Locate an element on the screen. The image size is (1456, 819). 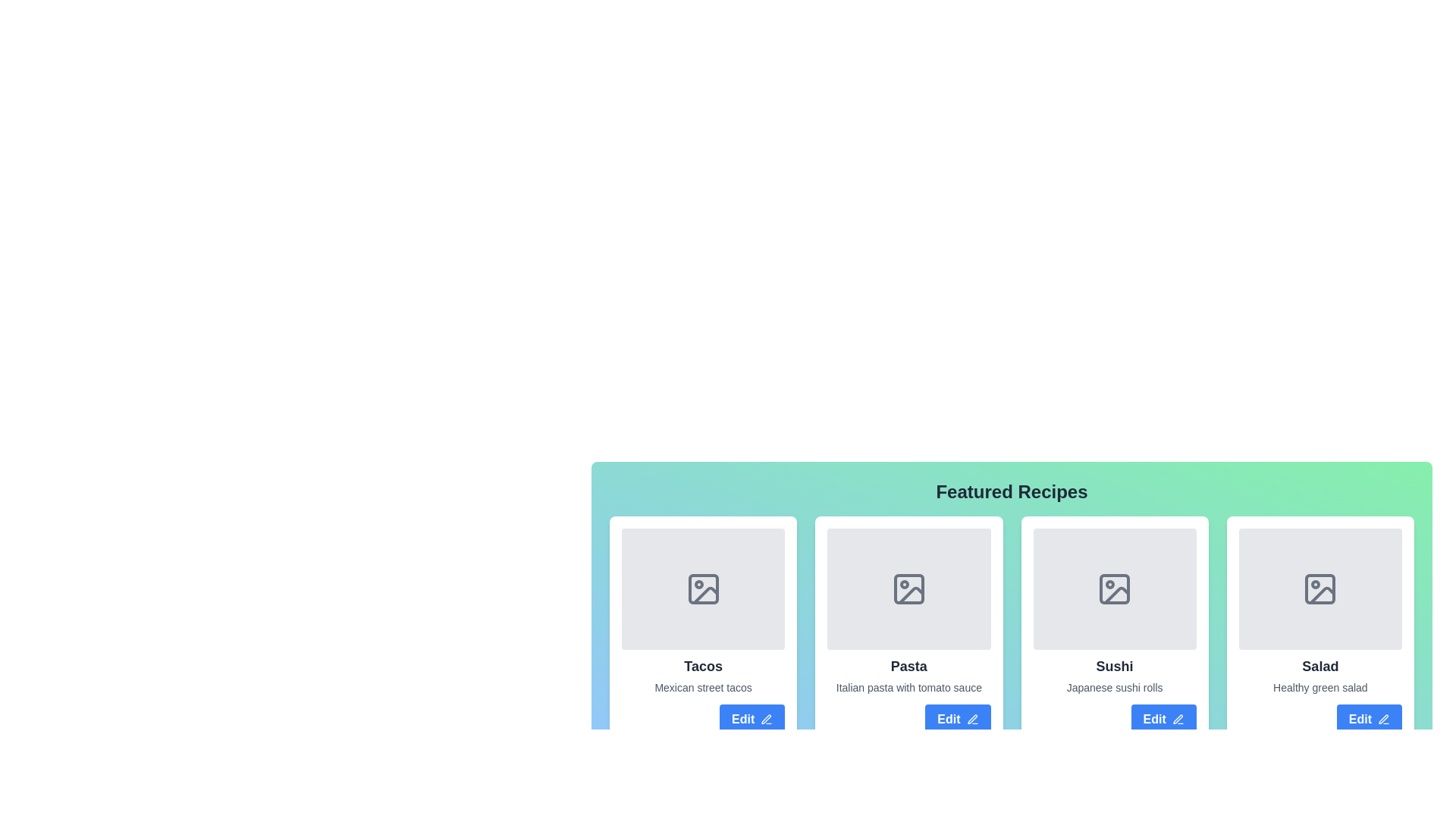
the SVG graphic icon representing an image placeholder, which is located at the top-center of the 'Salad' card in the 'Featured Recipes' section is located at coordinates (1319, 588).